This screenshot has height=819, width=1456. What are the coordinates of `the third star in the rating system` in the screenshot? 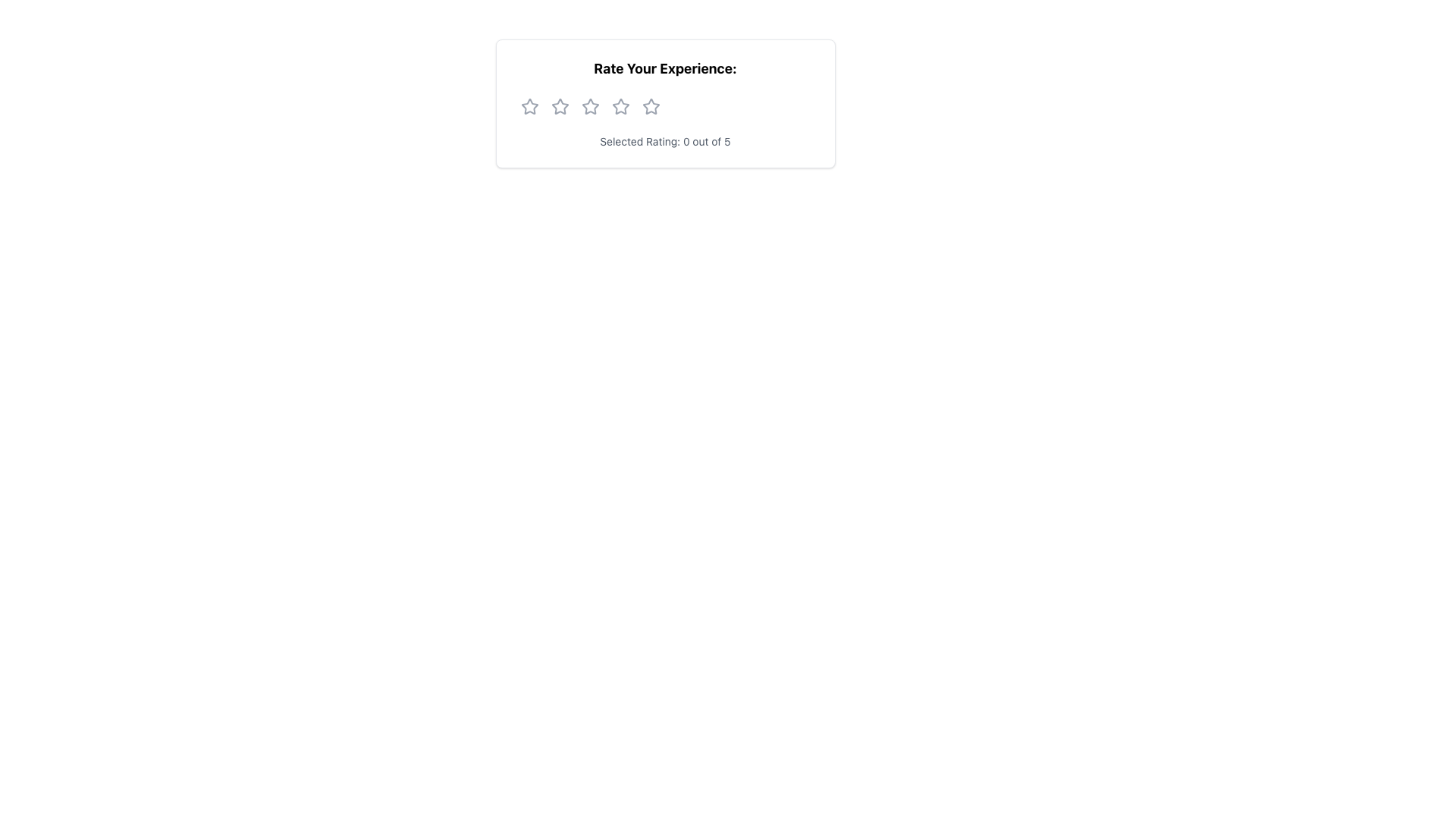 It's located at (620, 105).